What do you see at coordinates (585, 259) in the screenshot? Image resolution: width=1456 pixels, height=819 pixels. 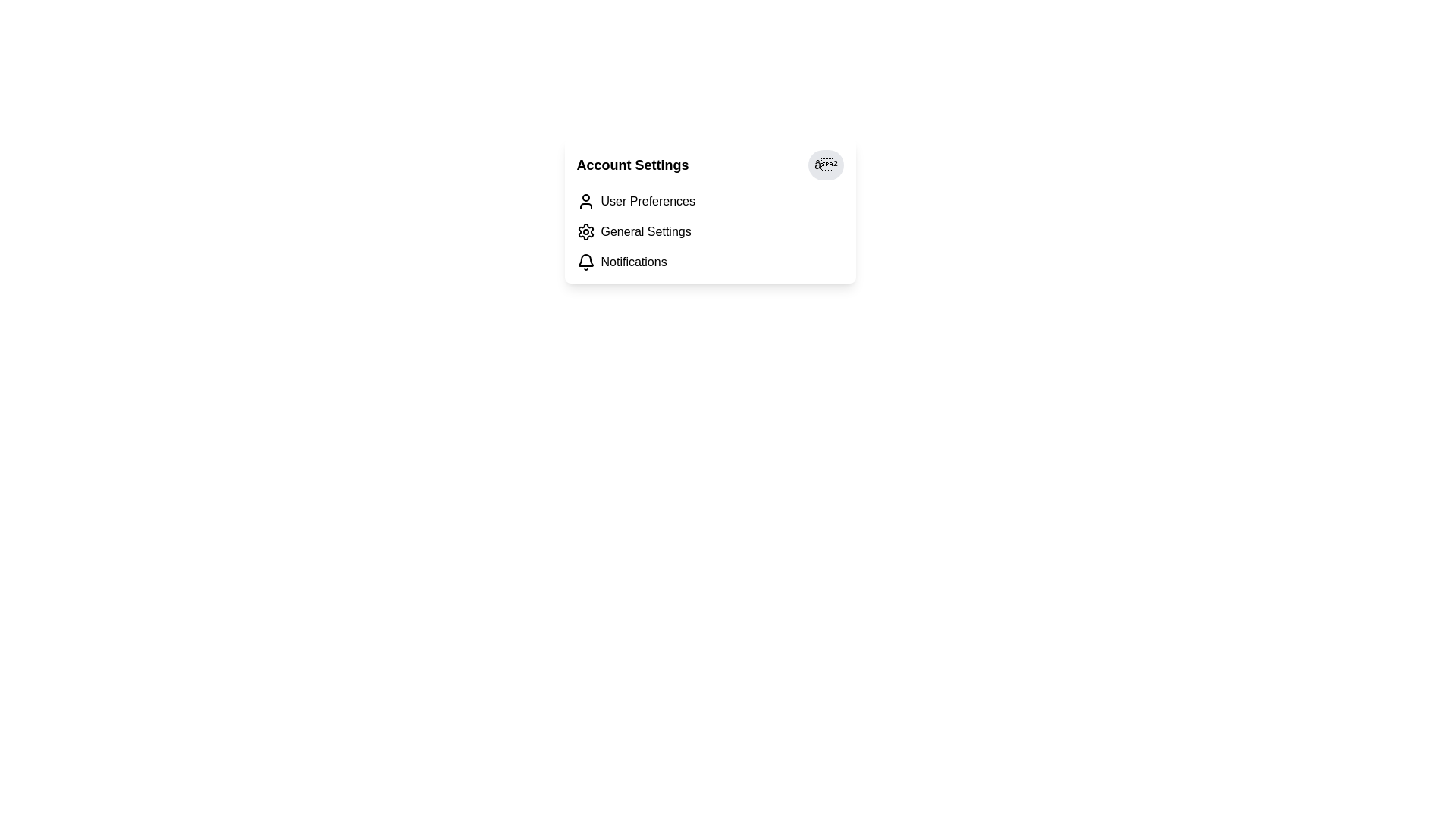 I see `the 'Notifications' icon located at the bottom of the vertical list of options within the card layout` at bounding box center [585, 259].